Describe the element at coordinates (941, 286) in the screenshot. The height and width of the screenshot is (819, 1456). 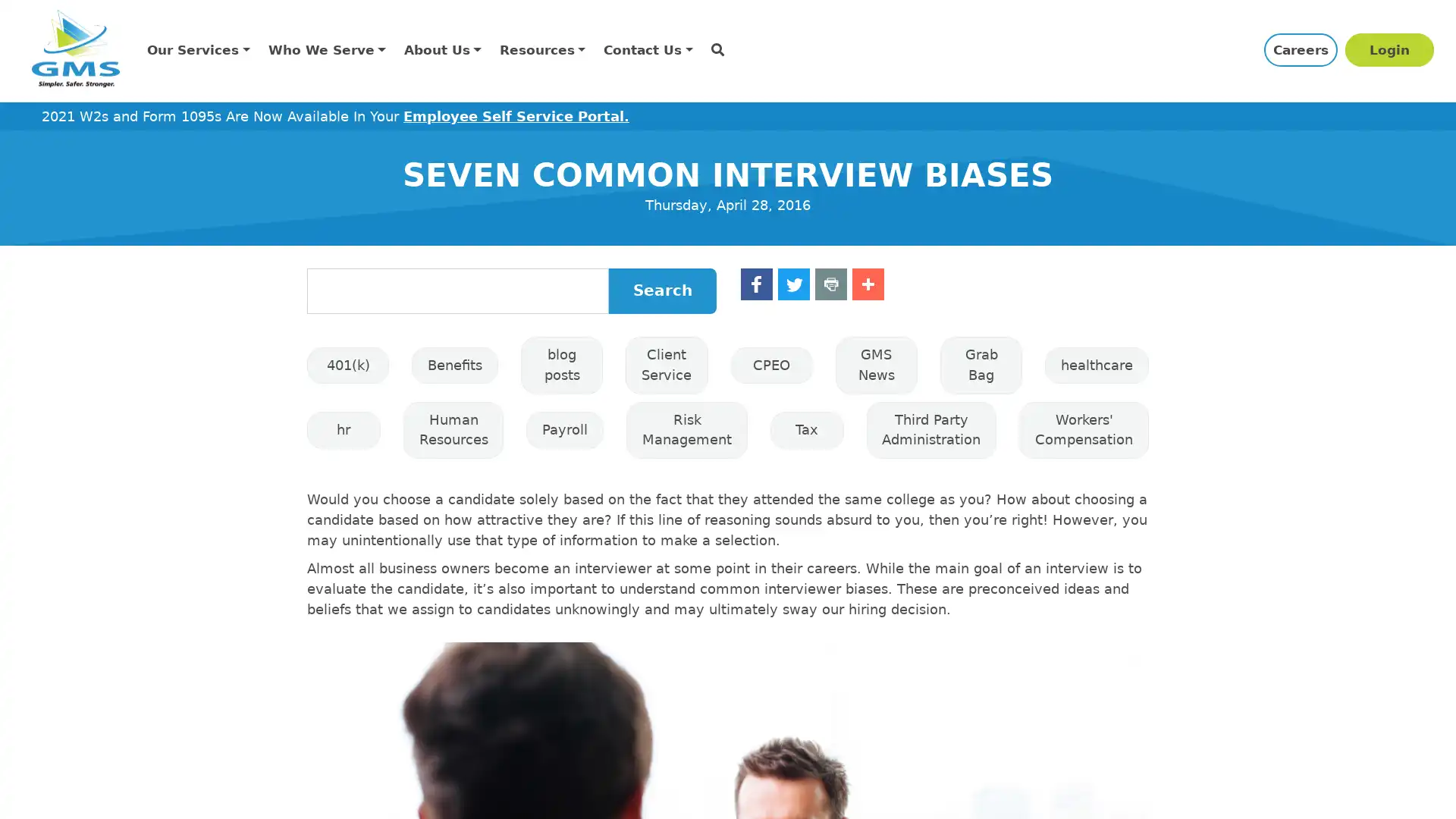
I see `Share to Print Print` at that location.